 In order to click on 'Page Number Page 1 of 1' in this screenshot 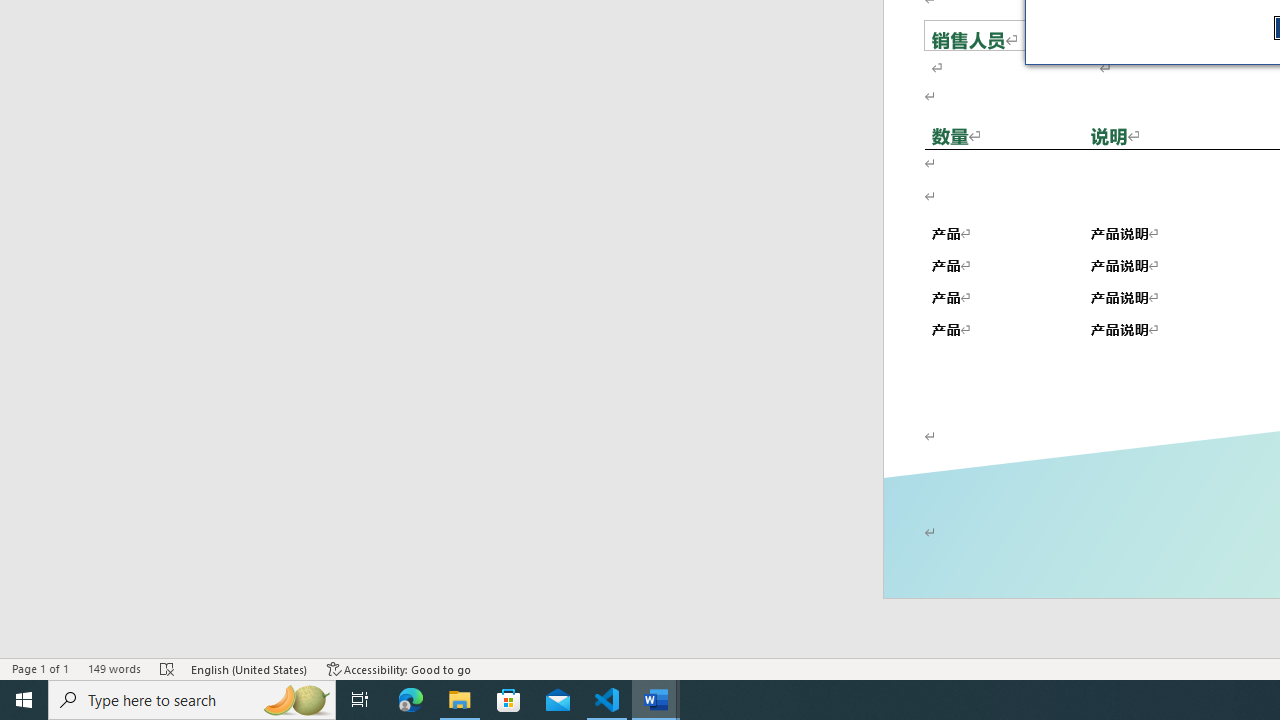, I will do `click(40, 669)`.